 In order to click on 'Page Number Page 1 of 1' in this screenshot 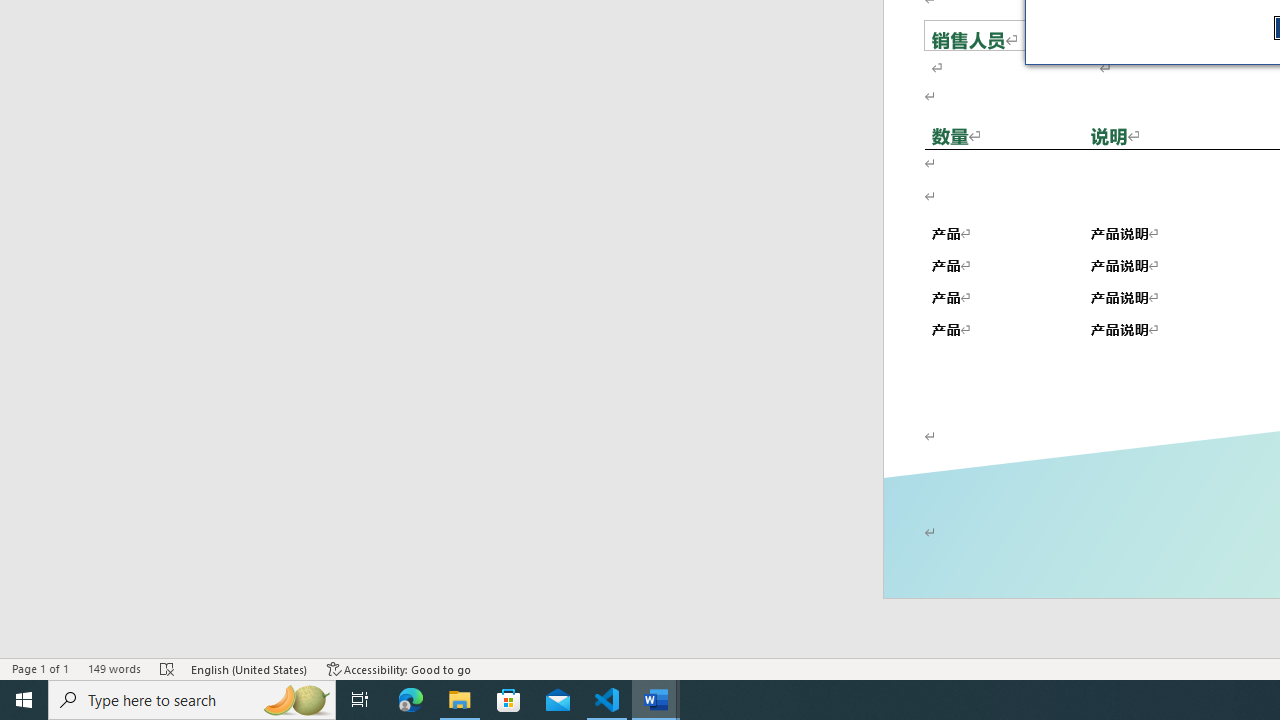, I will do `click(40, 669)`.